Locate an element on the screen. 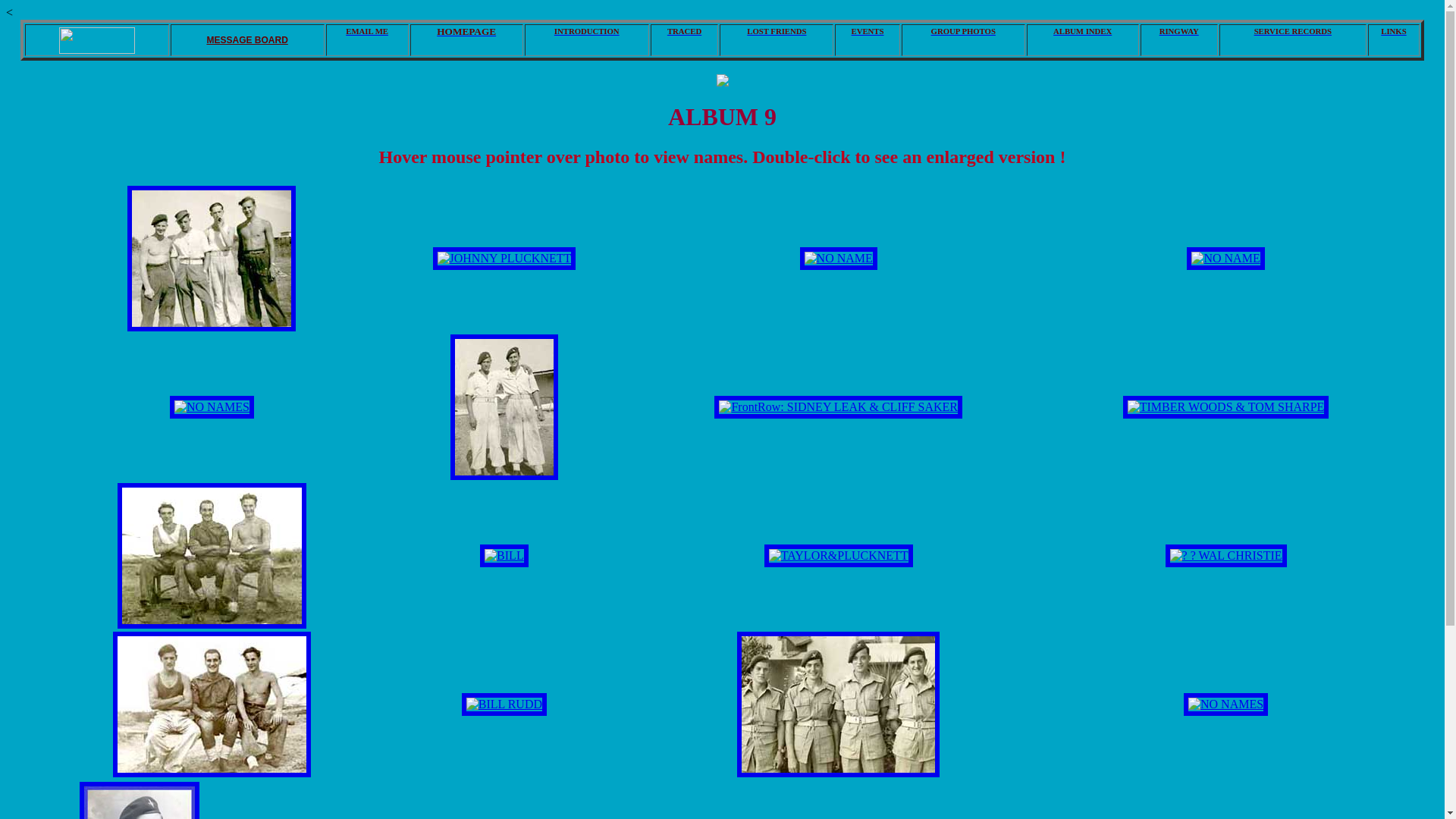  'MESSAGE BOARD' is located at coordinates (246, 39).